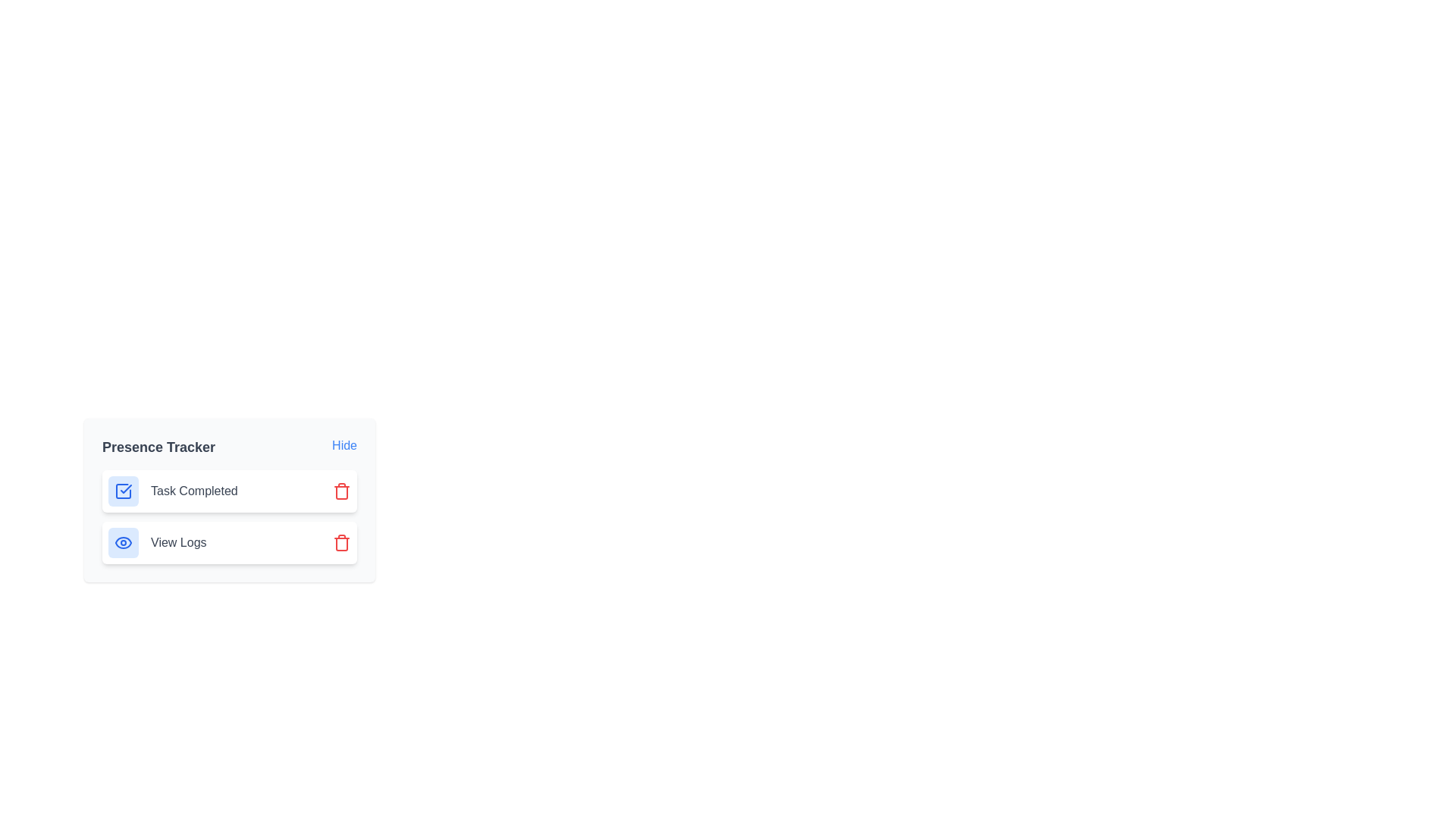 The width and height of the screenshot is (1456, 819). Describe the element at coordinates (228, 516) in the screenshot. I see `the grouped interactive elements labeled 'Task Completed' and 'View Logs'` at that location.